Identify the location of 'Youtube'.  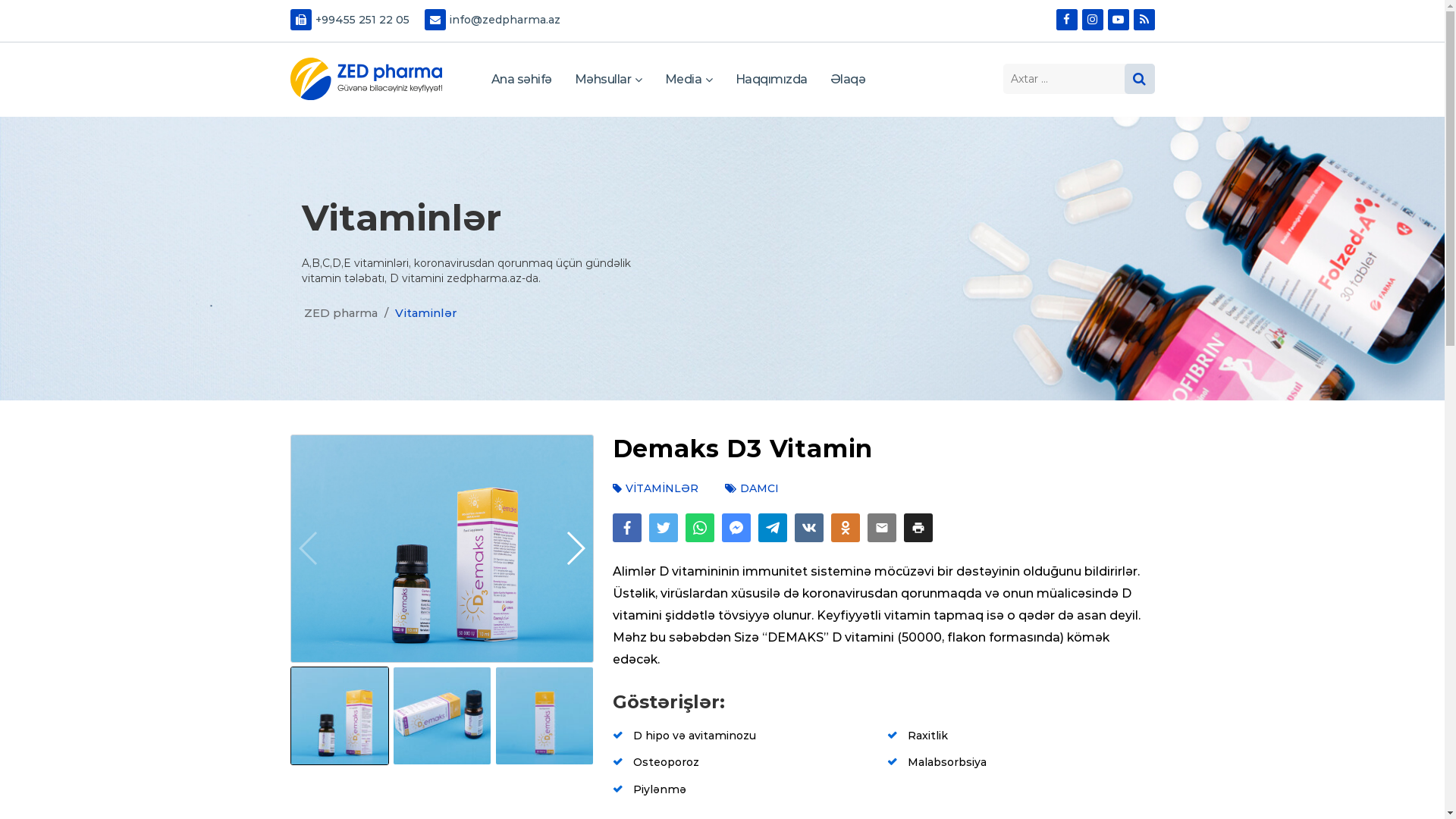
(1106, 20).